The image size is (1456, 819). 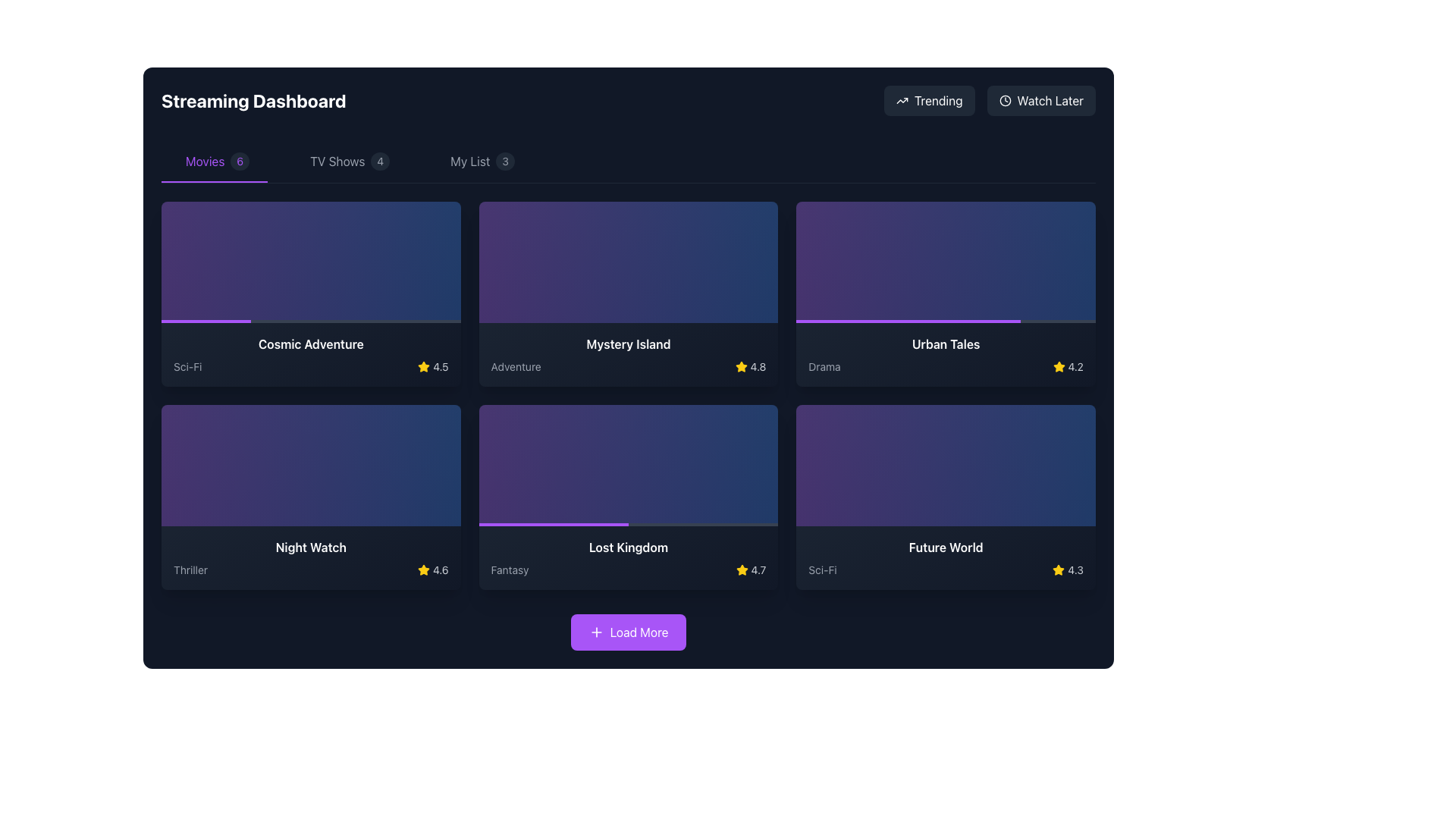 I want to click on the text display showing the number '4.8' in gray color, located in the second row of the 'Mystery Island' movie card, to the right of the yellow star icon, so click(x=758, y=366).